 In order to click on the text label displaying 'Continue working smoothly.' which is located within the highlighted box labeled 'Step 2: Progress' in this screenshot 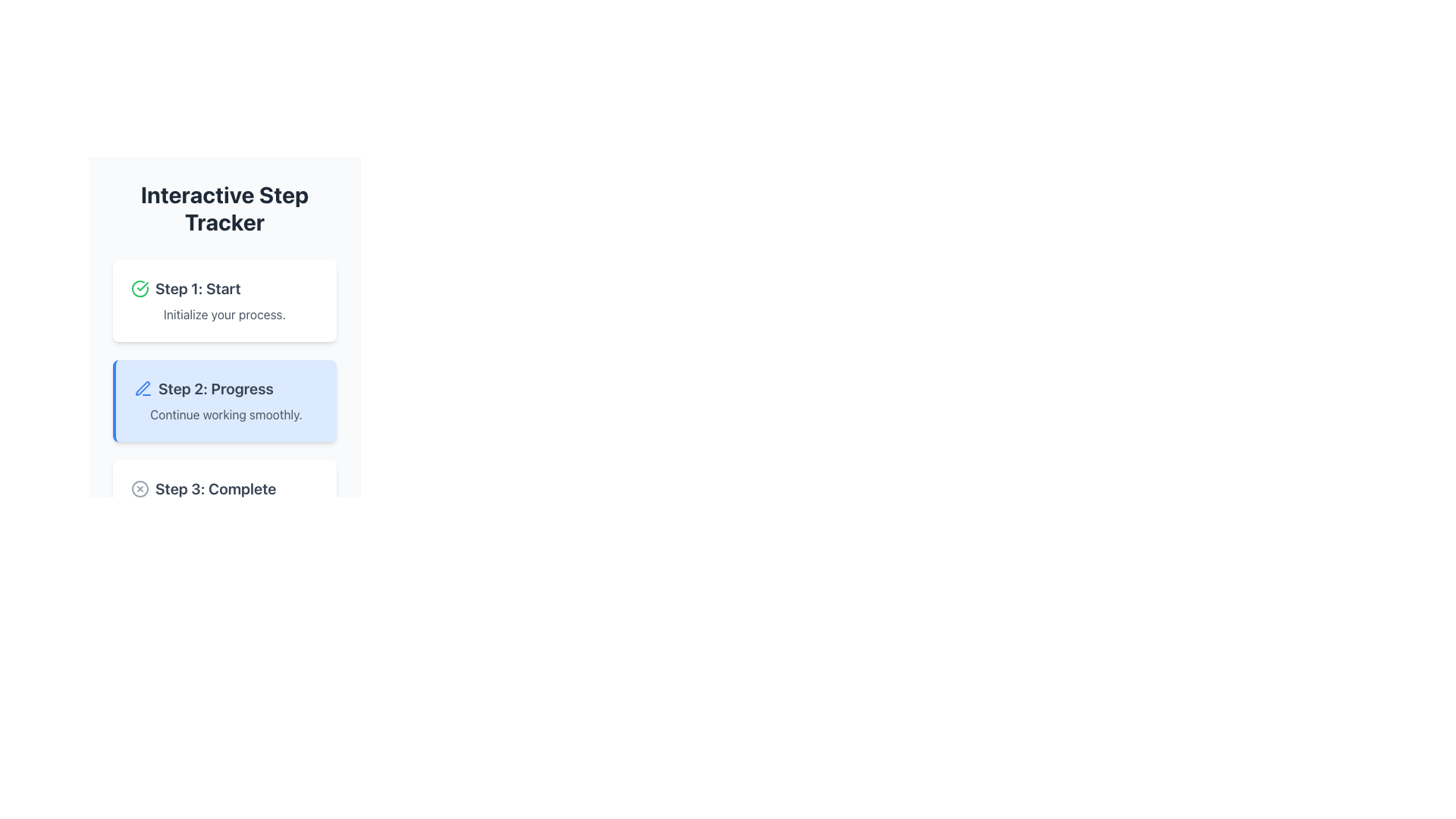, I will do `click(225, 415)`.